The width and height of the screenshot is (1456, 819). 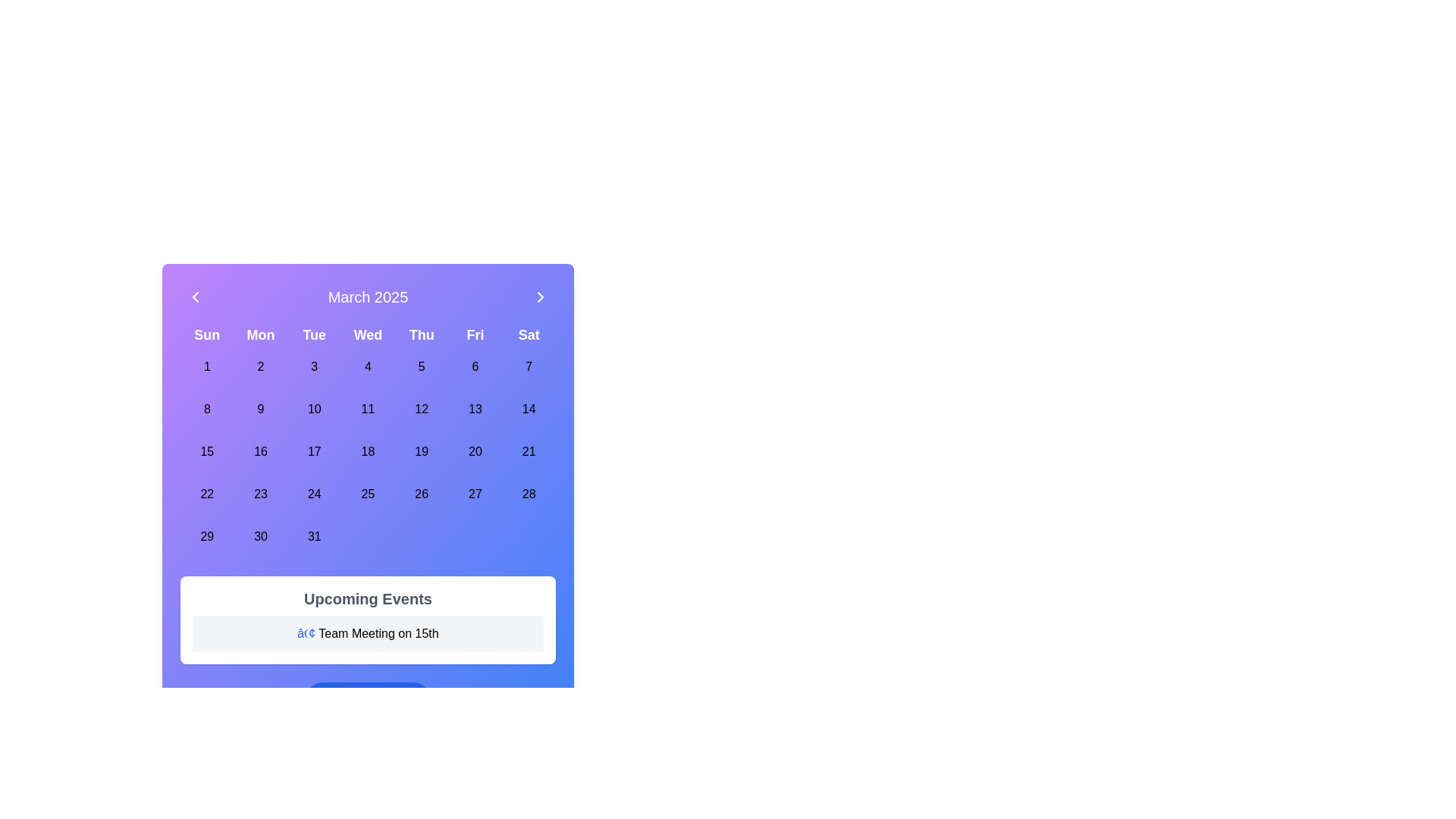 What do you see at coordinates (541, 297) in the screenshot?
I see `the right-facing arrow icon located at the top right corner of the calendar interface titled 'March 2025'` at bounding box center [541, 297].